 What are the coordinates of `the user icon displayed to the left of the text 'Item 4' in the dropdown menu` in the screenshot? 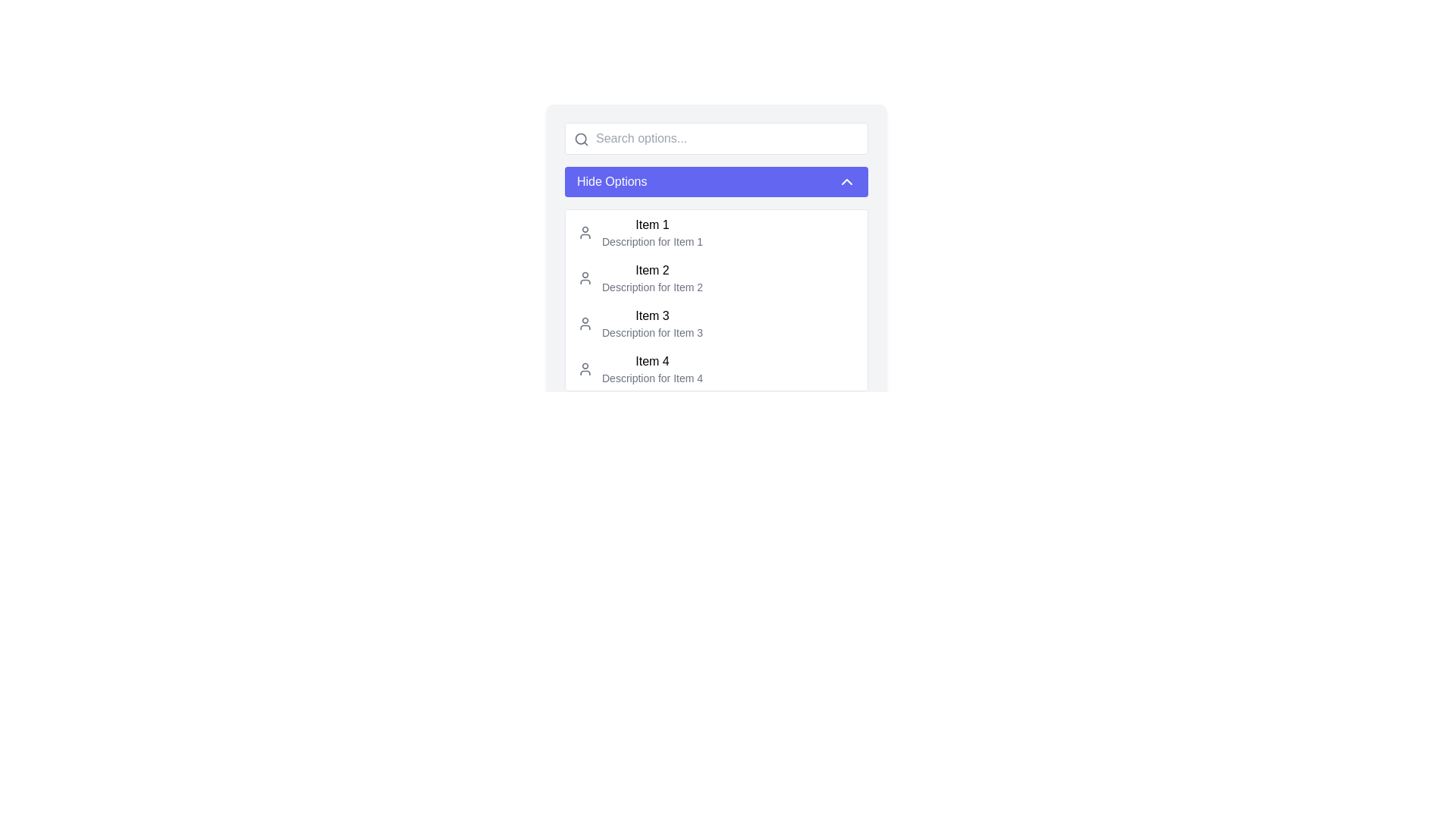 It's located at (585, 369).